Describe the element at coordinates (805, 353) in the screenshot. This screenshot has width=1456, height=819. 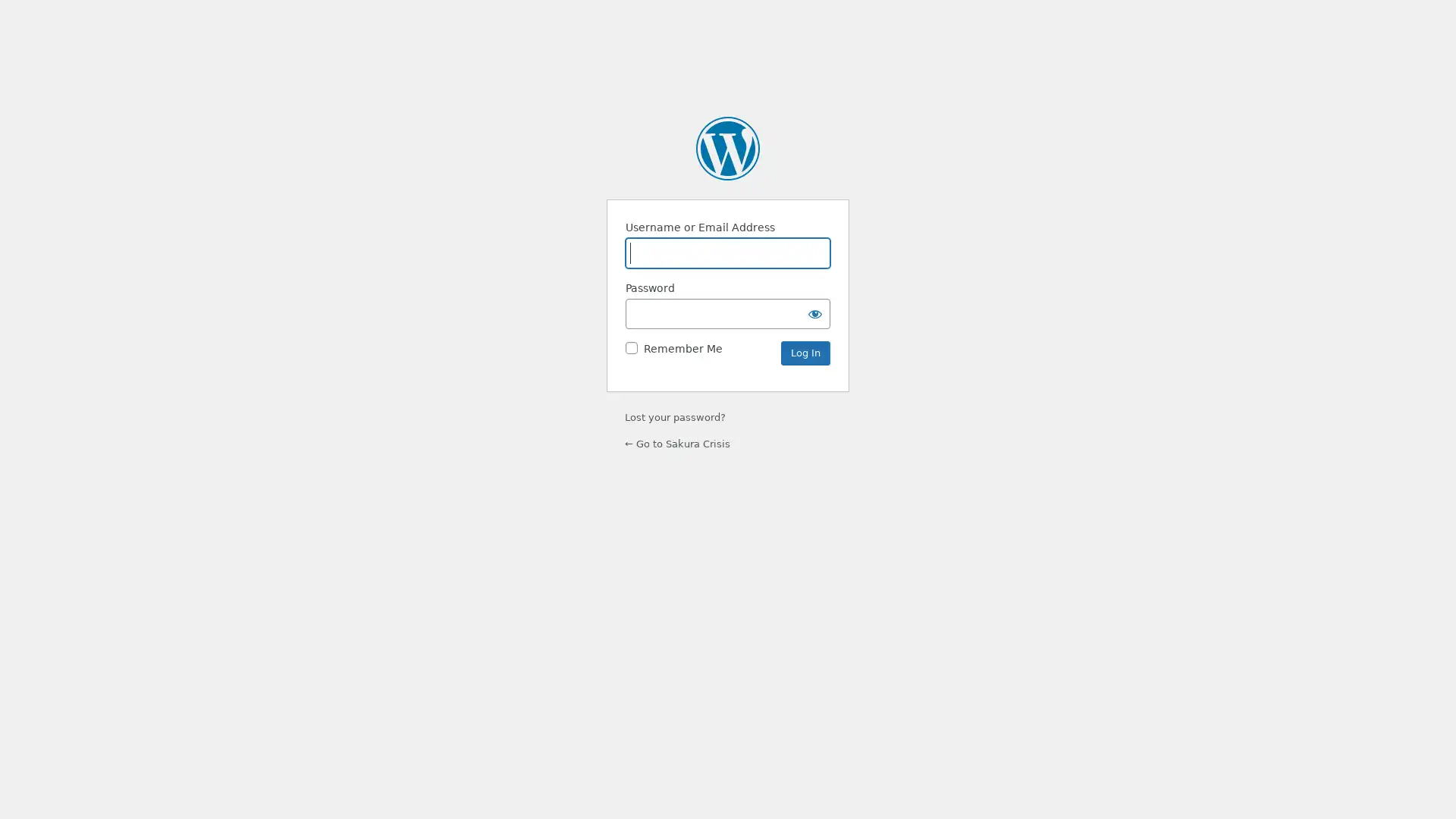
I see `Log In` at that location.